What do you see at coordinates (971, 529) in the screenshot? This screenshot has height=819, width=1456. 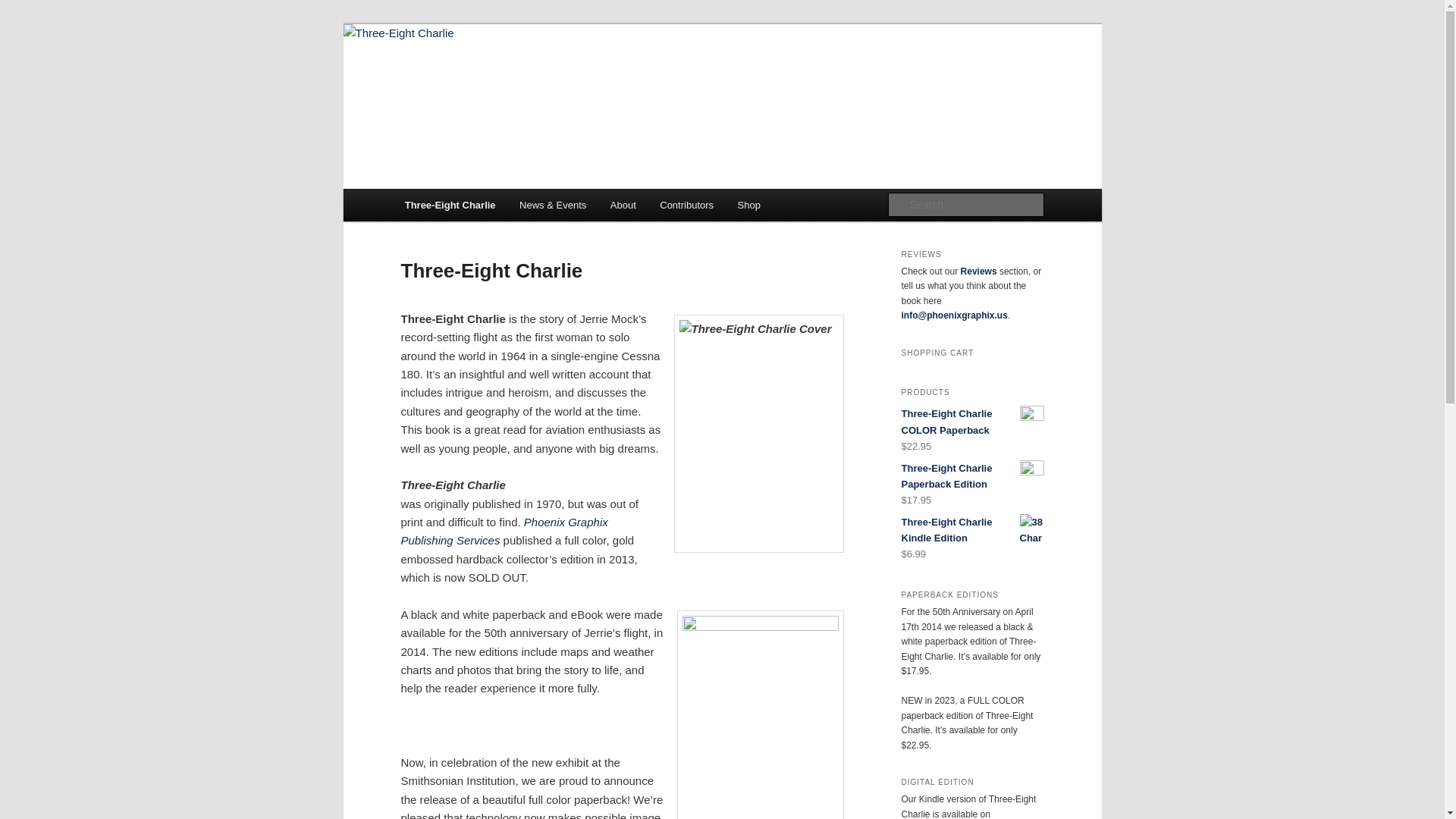 I see `'Three-Eight Charlie Kindle Edition'` at bounding box center [971, 529].